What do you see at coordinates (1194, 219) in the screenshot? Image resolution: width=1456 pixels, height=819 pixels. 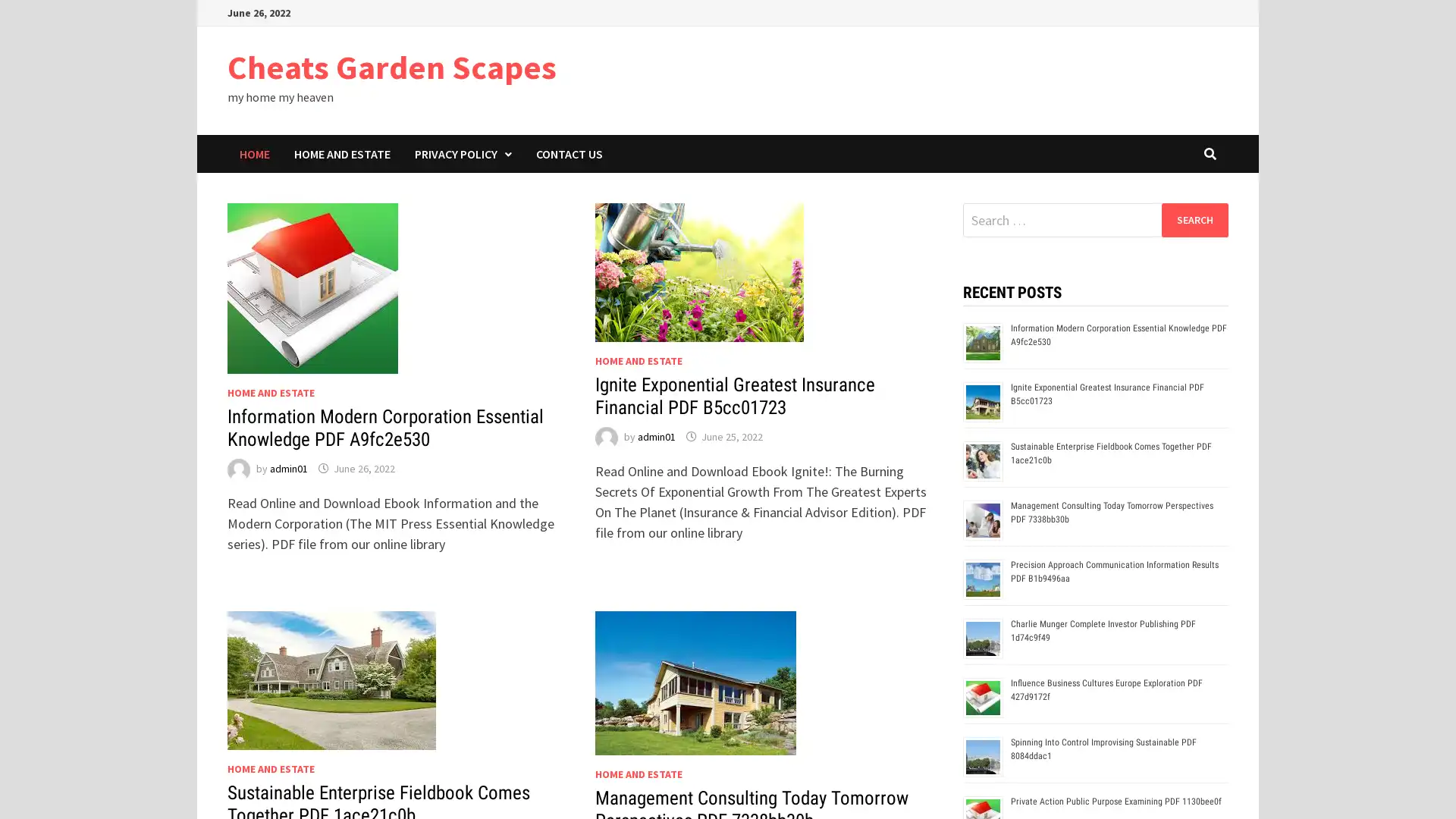 I see `Search` at bounding box center [1194, 219].